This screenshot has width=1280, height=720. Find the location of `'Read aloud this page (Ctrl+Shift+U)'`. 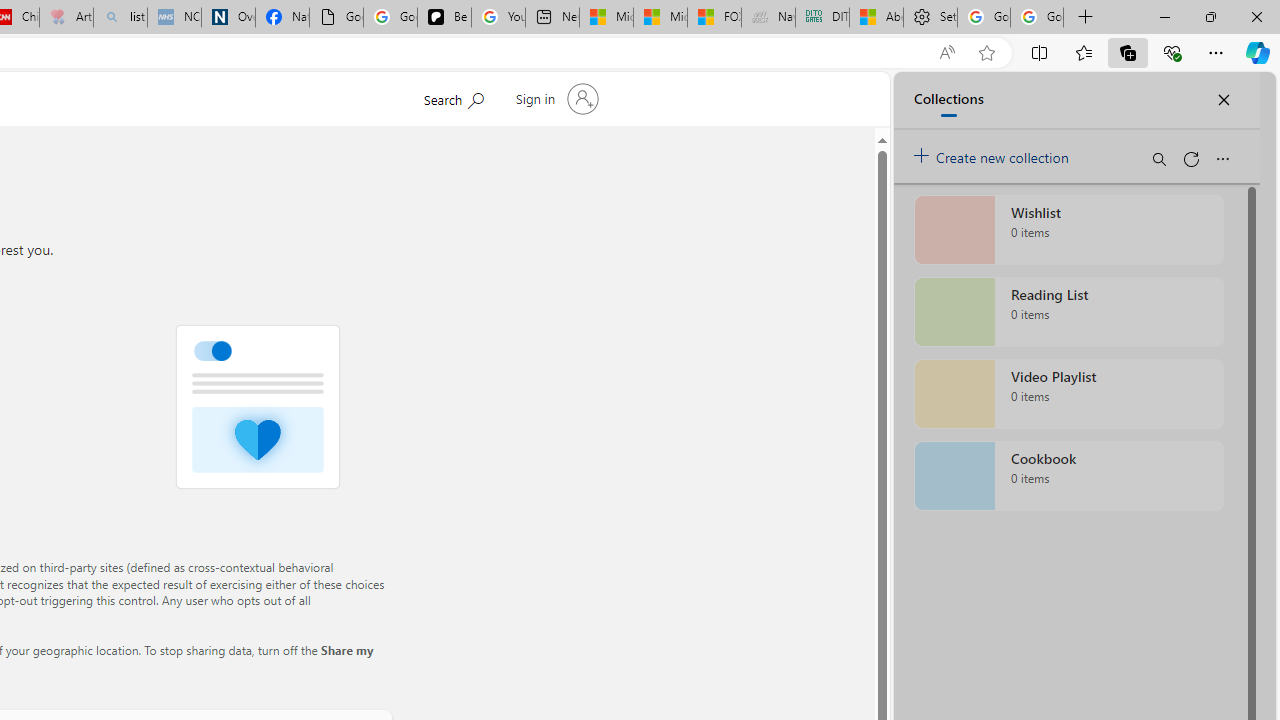

'Read aloud this page (Ctrl+Shift+U)' is located at coordinates (945, 52).